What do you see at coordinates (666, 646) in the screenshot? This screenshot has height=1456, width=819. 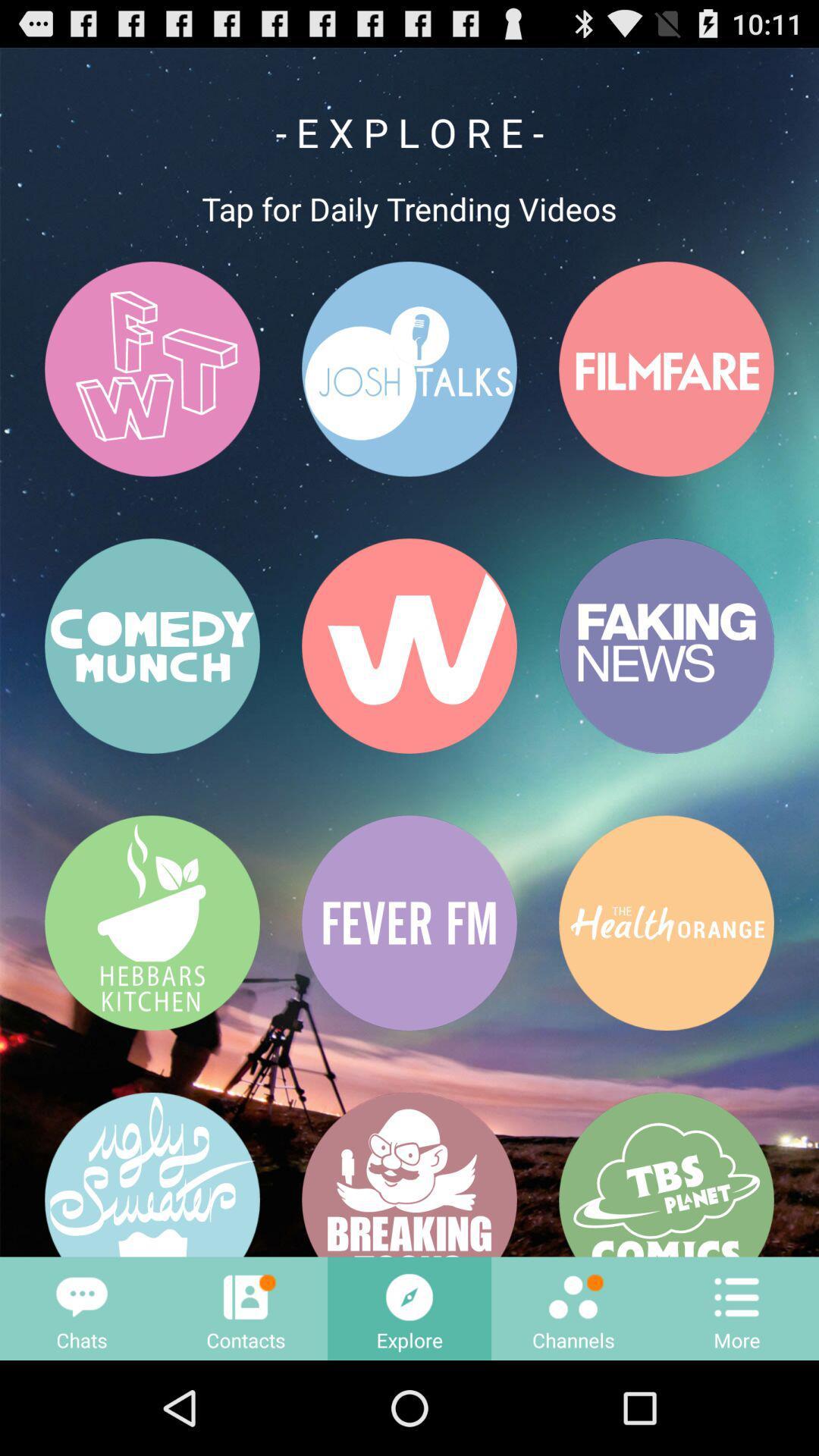 I see `the button having a text faking news` at bounding box center [666, 646].